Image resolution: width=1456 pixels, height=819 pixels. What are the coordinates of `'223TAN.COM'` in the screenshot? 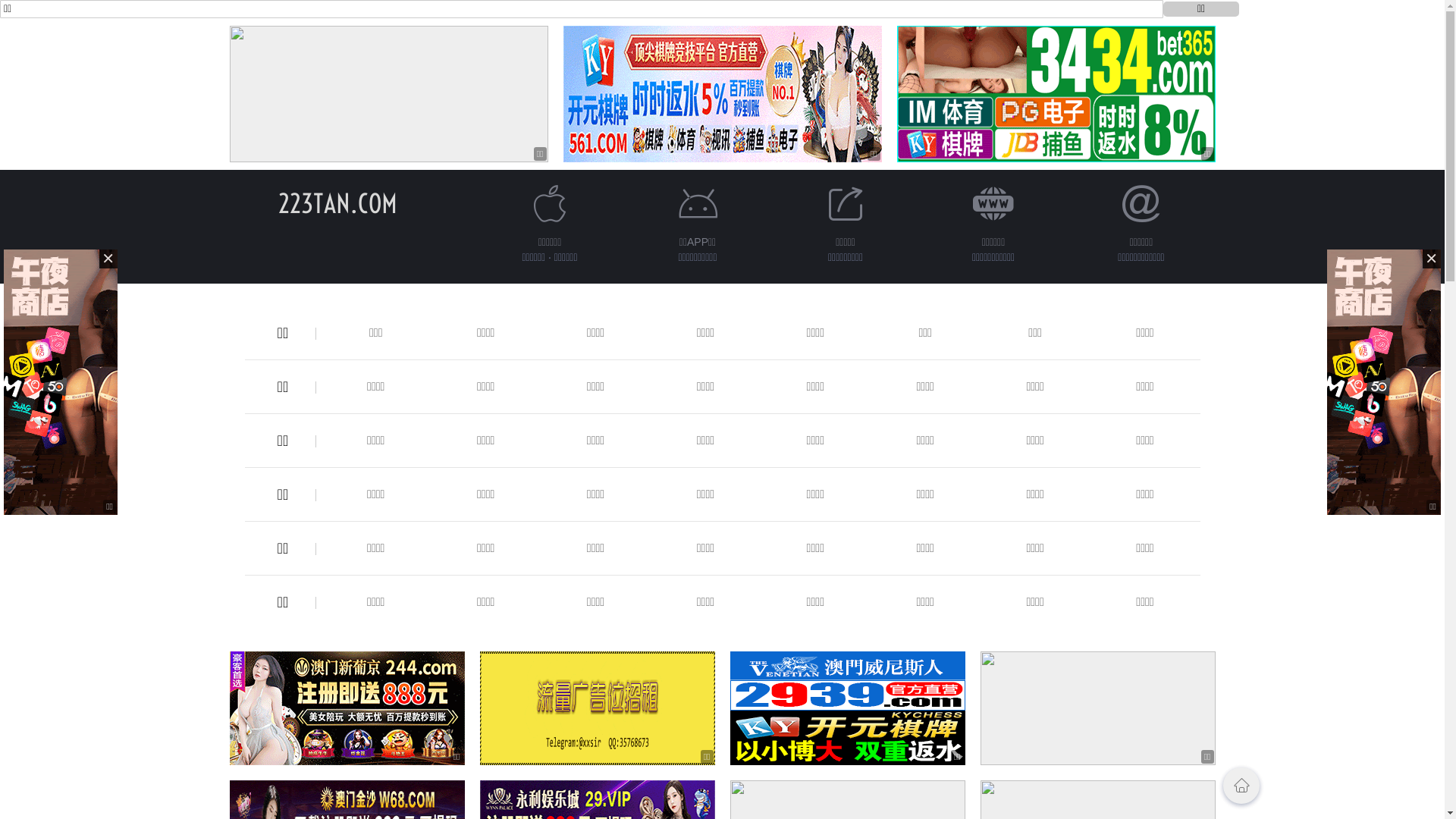 It's located at (337, 202).